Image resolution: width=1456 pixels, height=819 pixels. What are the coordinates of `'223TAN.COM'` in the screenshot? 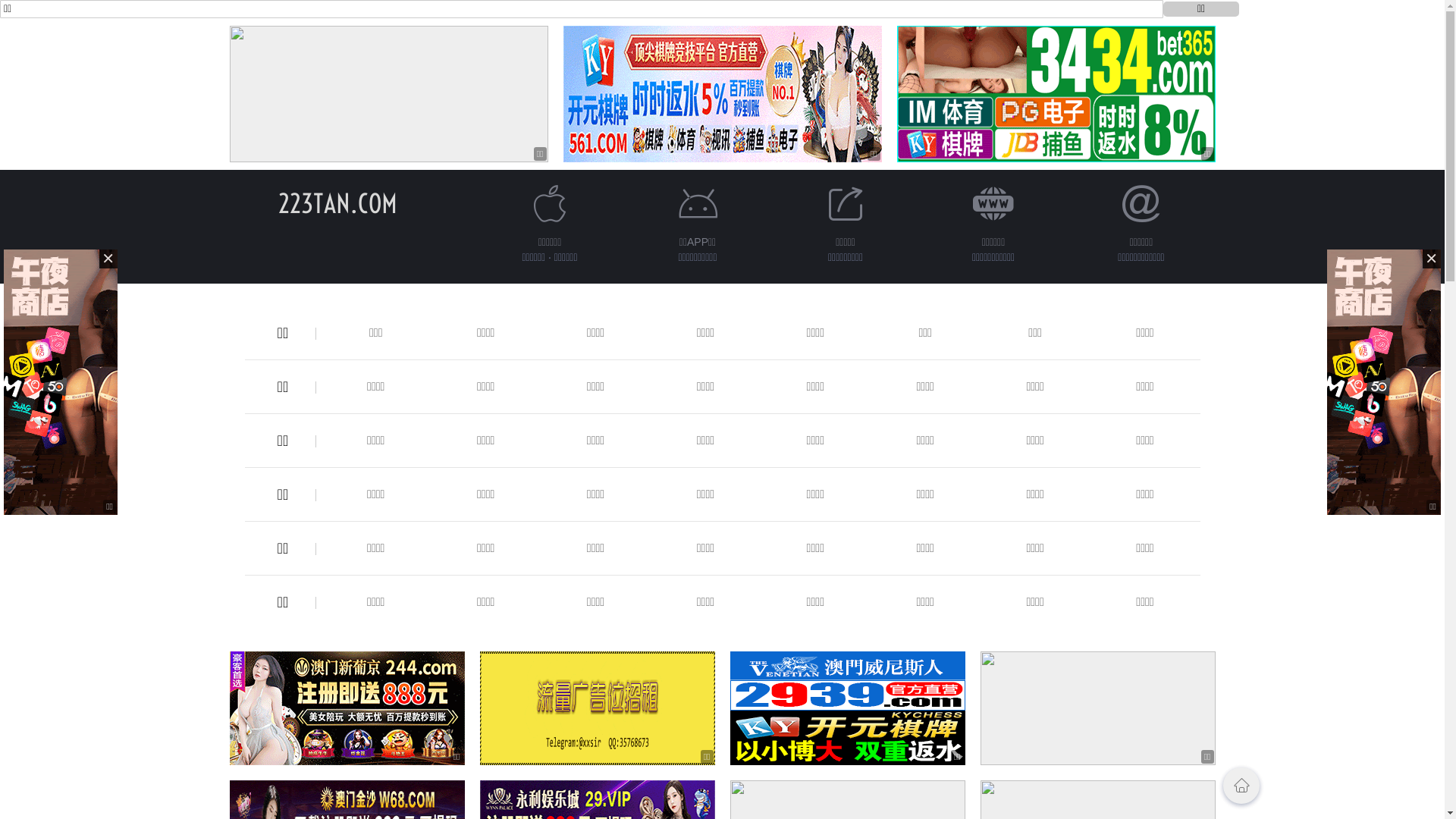 It's located at (337, 202).